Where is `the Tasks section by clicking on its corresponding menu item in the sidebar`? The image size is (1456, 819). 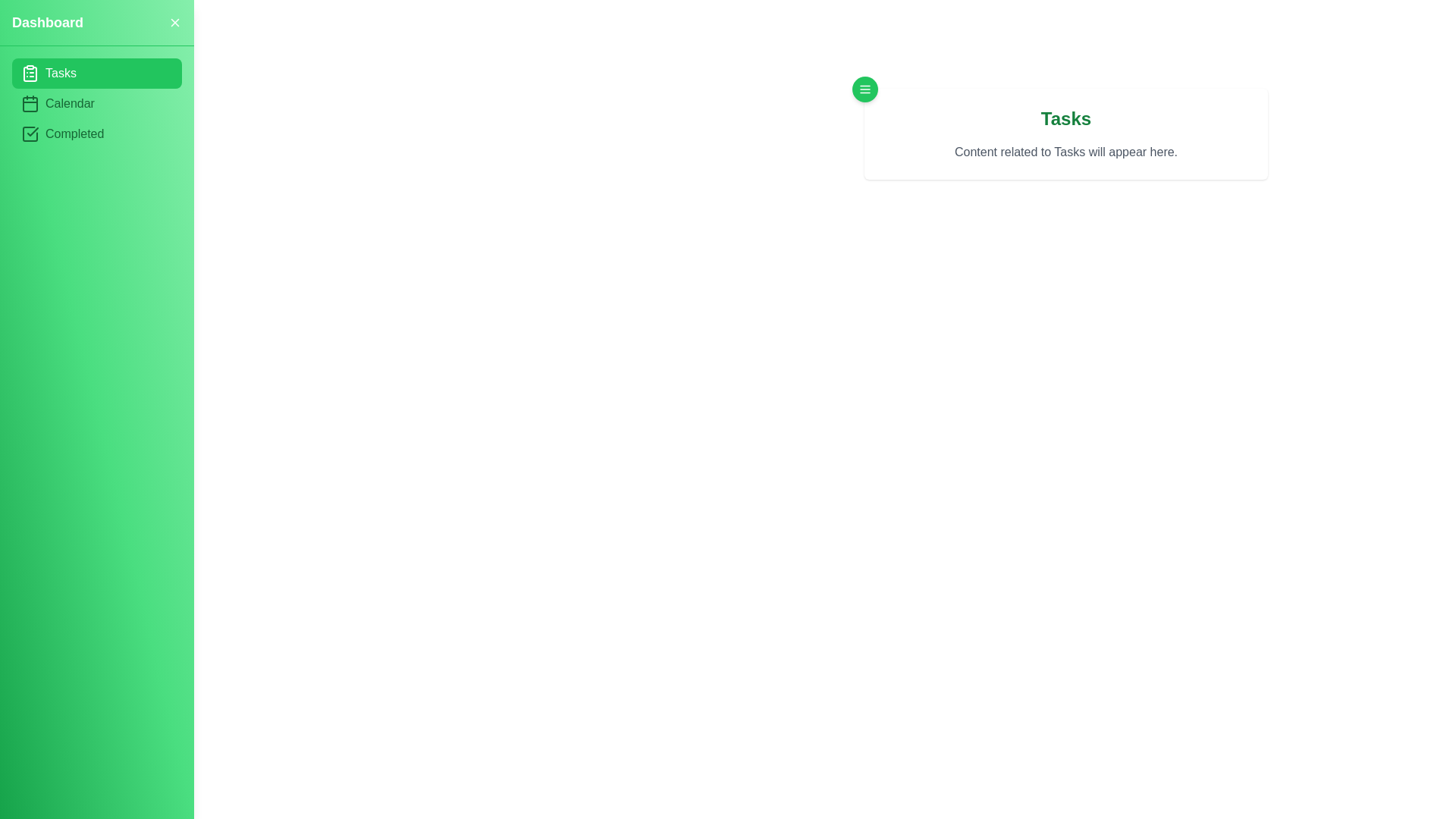 the Tasks section by clicking on its corresponding menu item in the sidebar is located at coordinates (96, 73).